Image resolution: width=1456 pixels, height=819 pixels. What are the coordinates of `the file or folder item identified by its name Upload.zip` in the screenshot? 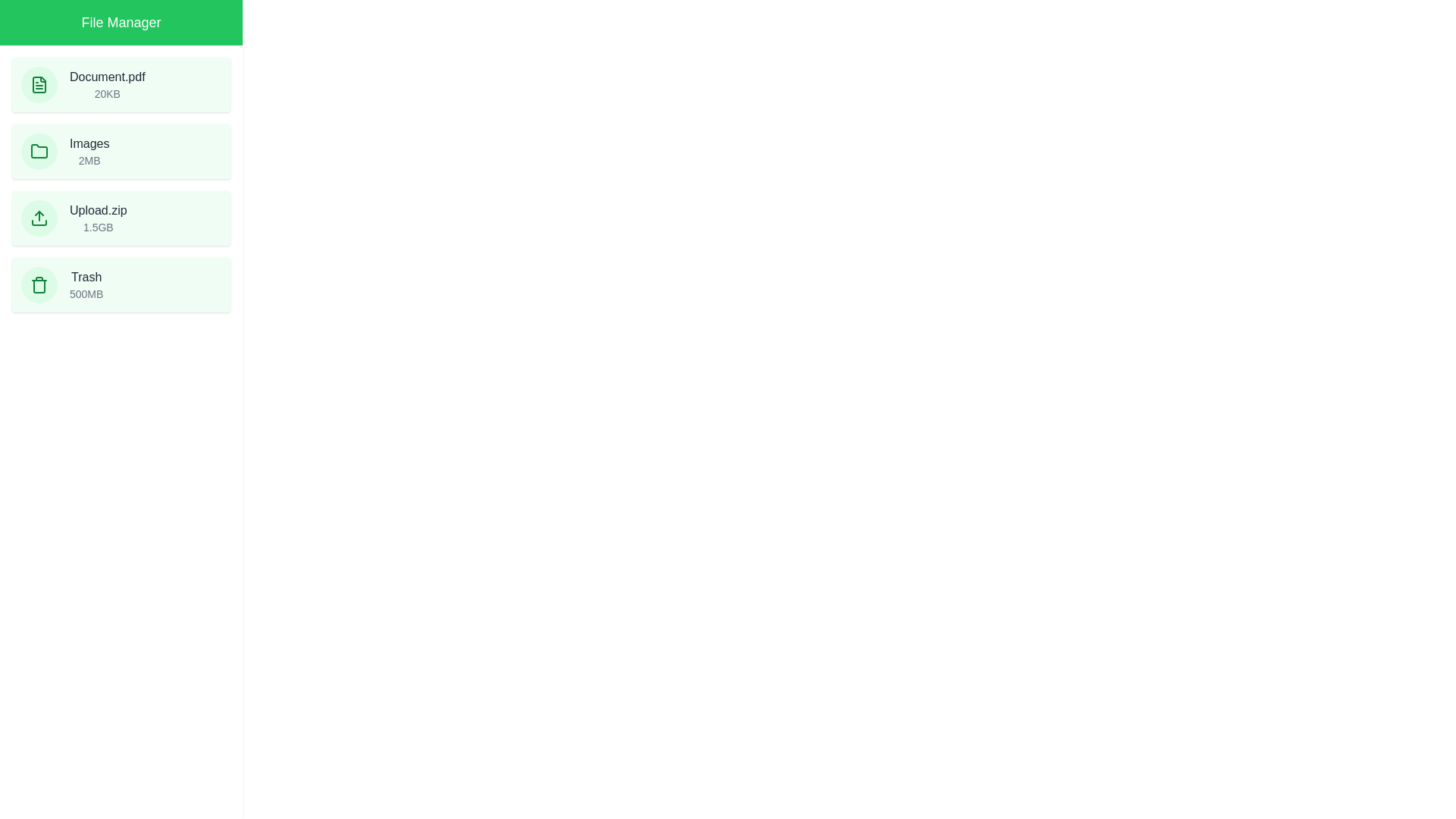 It's located at (120, 218).